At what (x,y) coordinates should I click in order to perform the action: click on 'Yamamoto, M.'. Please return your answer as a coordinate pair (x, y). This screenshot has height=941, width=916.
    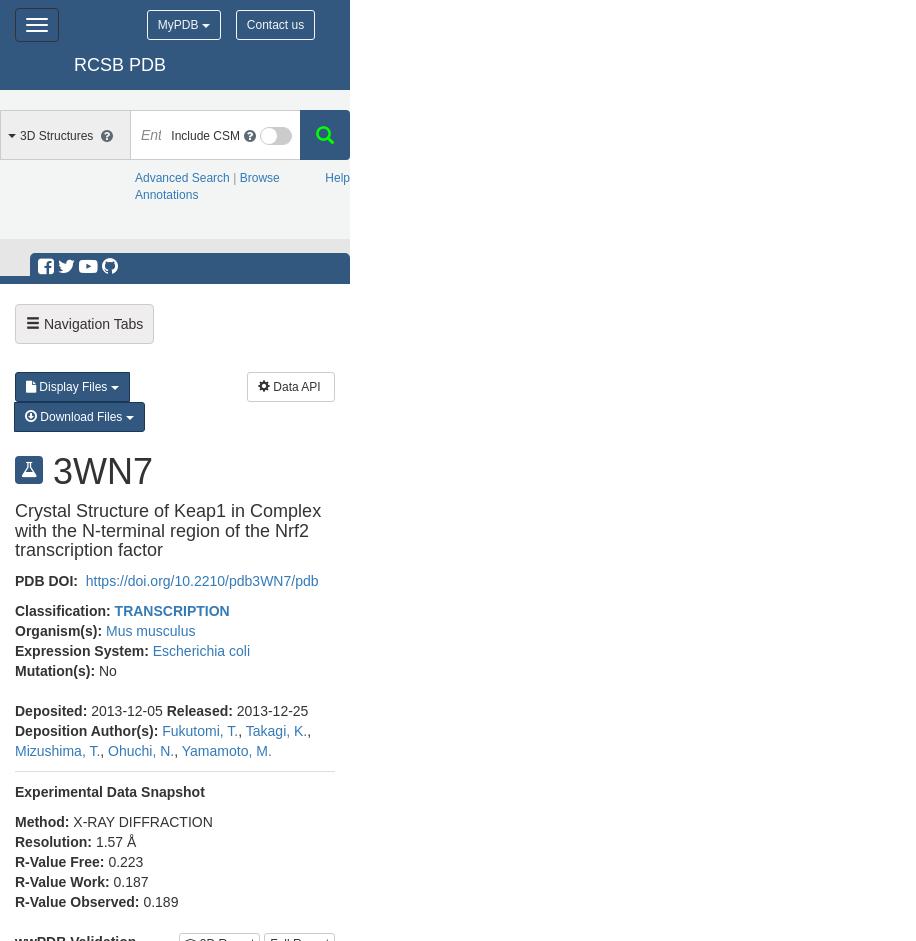
    Looking at the image, I should click on (180, 750).